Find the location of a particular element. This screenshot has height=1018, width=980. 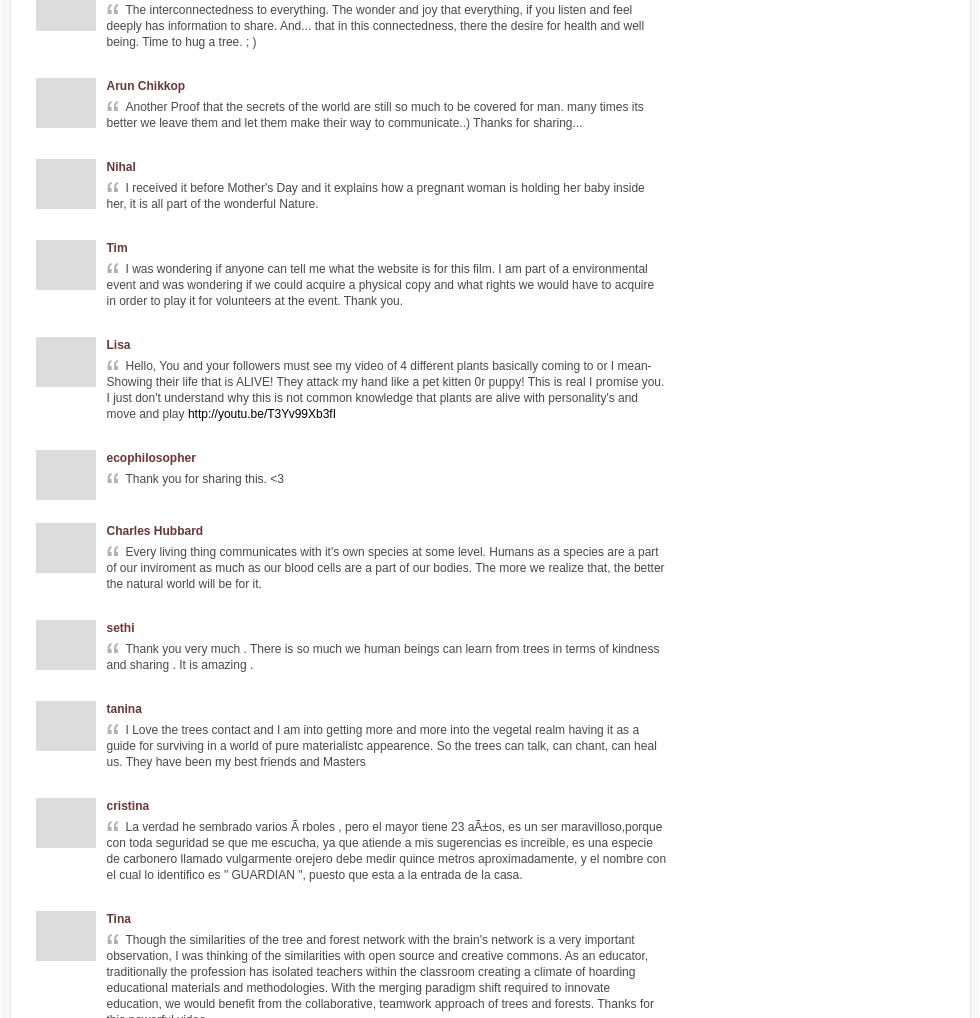

'Thank you very much . There is so much we human beings can learn from trees in terms of kindness and sharing . It is amazing .' is located at coordinates (382, 656).